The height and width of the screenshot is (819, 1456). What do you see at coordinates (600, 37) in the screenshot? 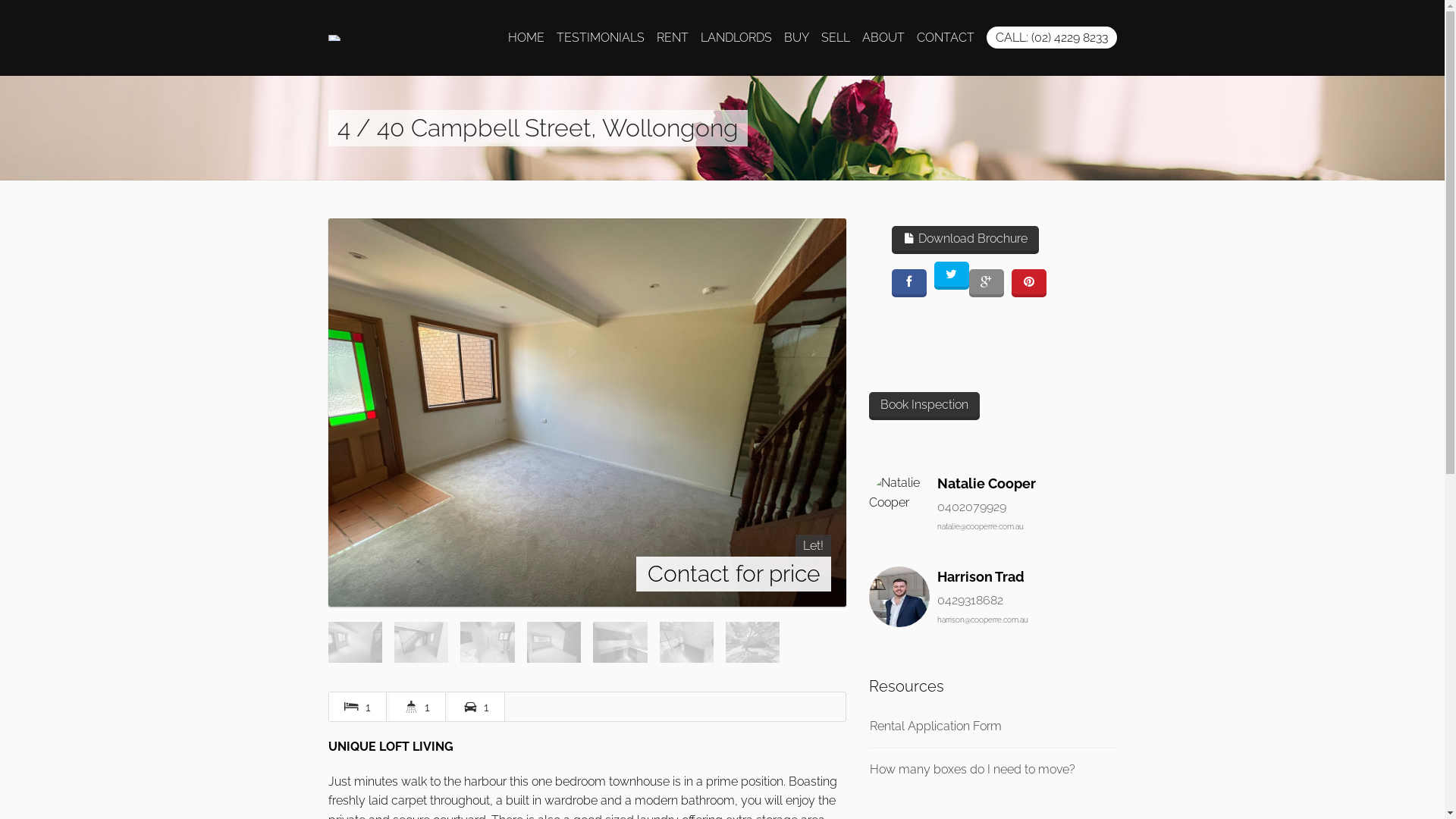
I see `'TESTIMONIALS'` at bounding box center [600, 37].